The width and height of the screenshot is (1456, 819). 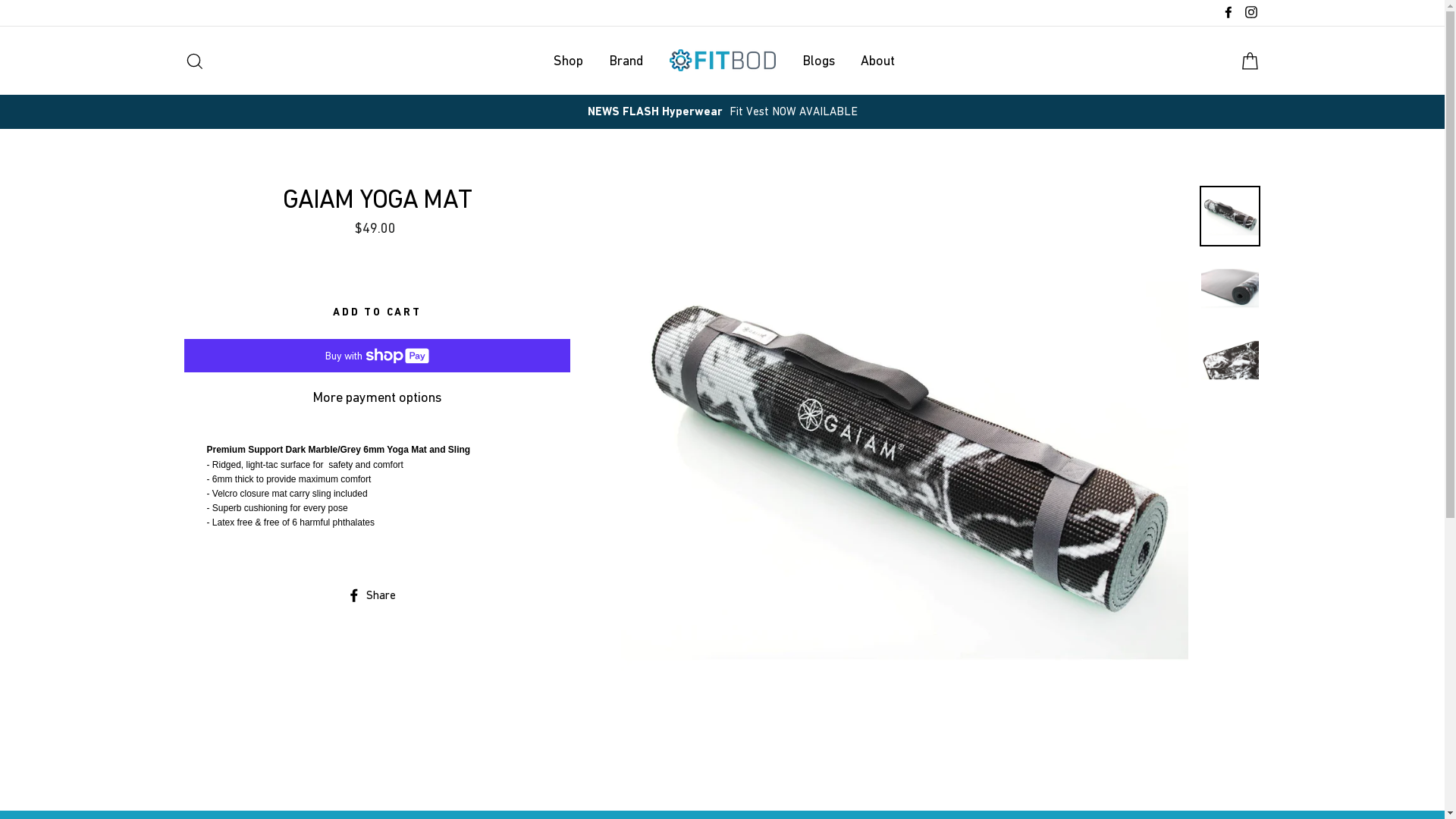 What do you see at coordinates (626, 60) in the screenshot?
I see `'Brand'` at bounding box center [626, 60].